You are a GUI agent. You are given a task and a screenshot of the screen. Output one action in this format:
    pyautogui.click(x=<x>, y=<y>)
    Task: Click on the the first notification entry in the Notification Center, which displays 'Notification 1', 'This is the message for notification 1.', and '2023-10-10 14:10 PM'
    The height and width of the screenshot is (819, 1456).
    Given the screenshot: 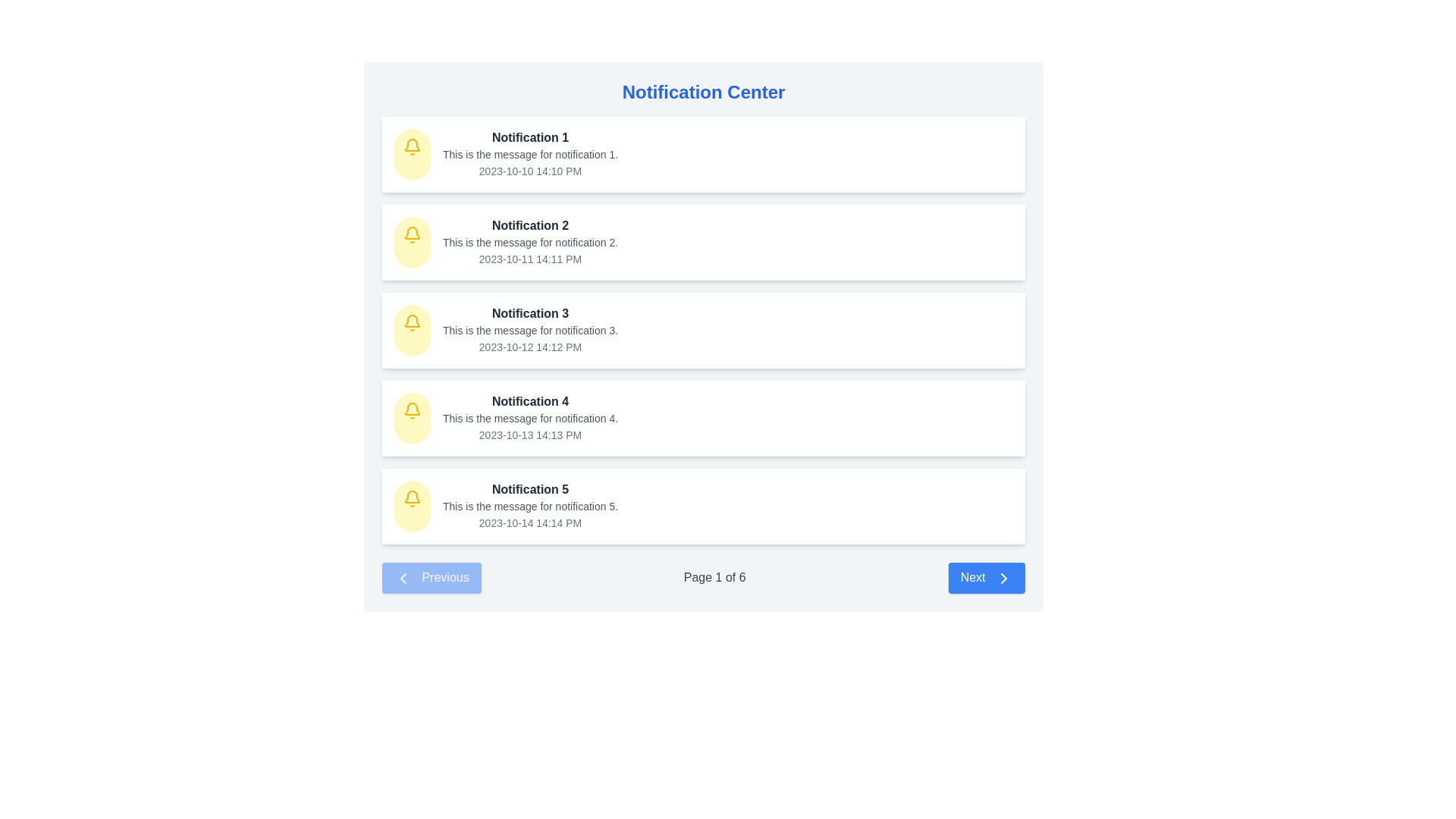 What is the action you would take?
    pyautogui.click(x=530, y=155)
    